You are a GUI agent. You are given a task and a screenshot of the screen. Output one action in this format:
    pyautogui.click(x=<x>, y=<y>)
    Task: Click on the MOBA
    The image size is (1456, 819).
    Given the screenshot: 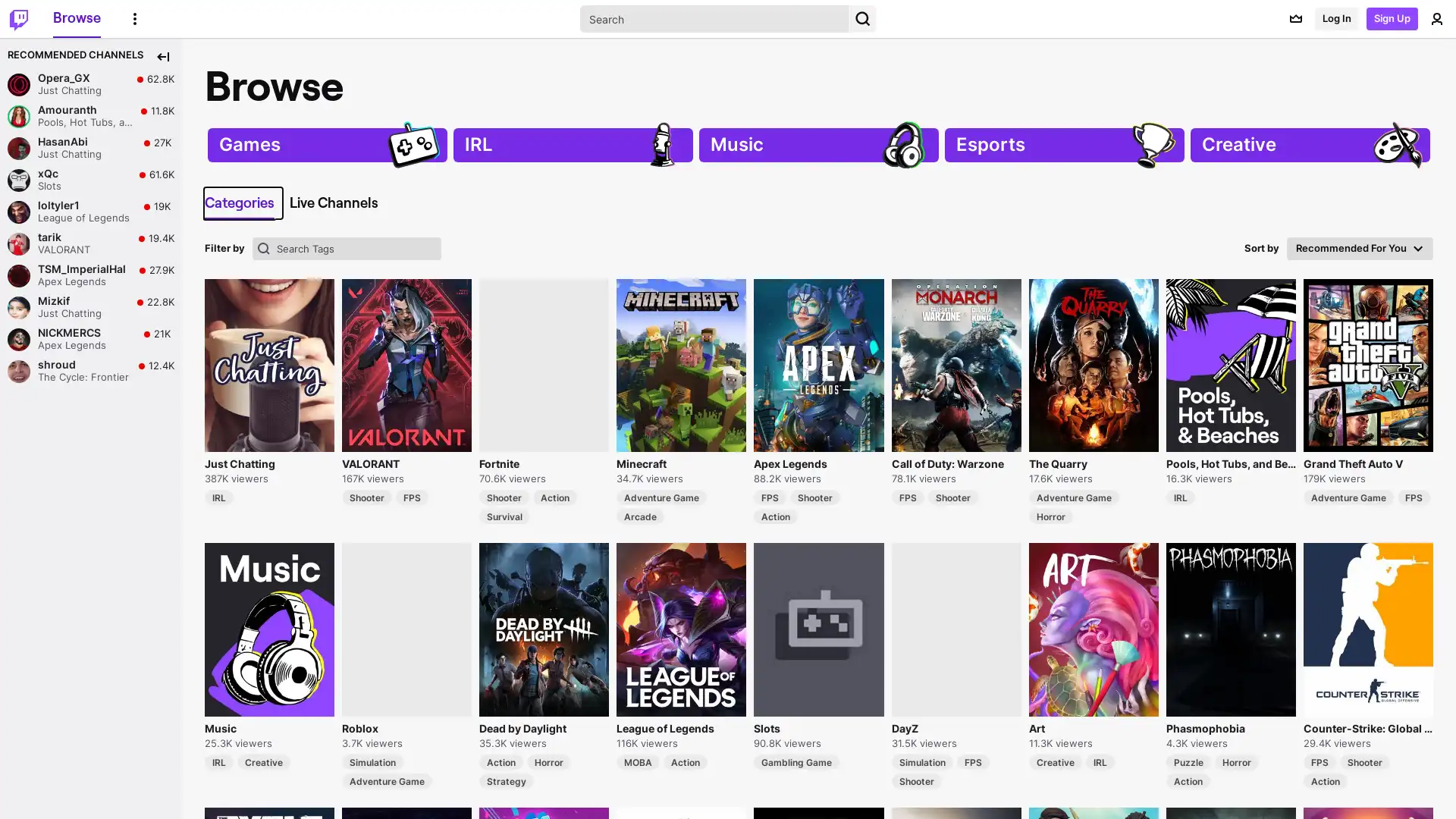 What is the action you would take?
    pyautogui.click(x=638, y=762)
    